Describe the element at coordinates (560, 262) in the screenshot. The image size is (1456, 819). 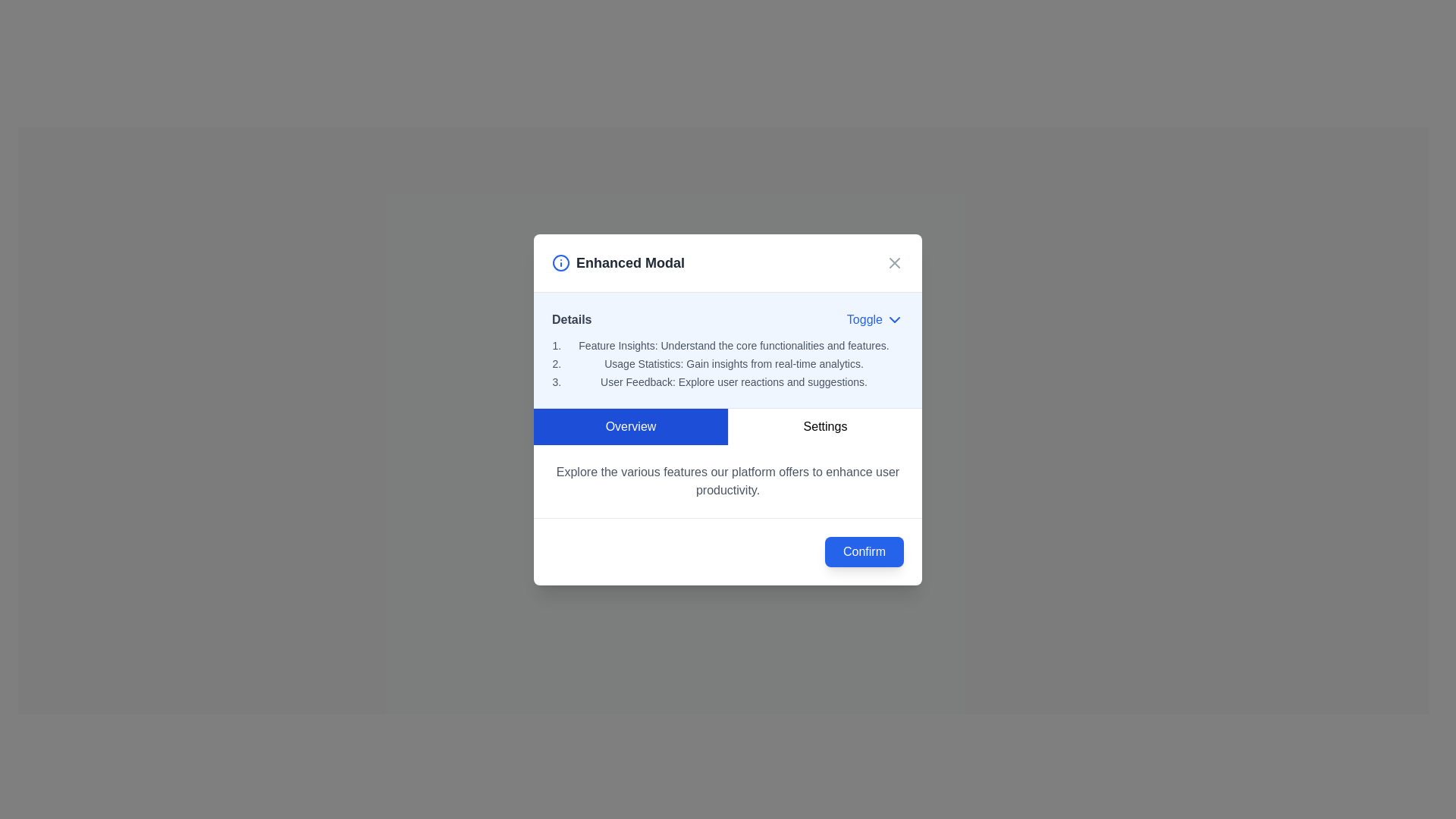
I see `the Icon component located at the top-left region of the modal, near the title 'Enhanced Modal'` at that location.